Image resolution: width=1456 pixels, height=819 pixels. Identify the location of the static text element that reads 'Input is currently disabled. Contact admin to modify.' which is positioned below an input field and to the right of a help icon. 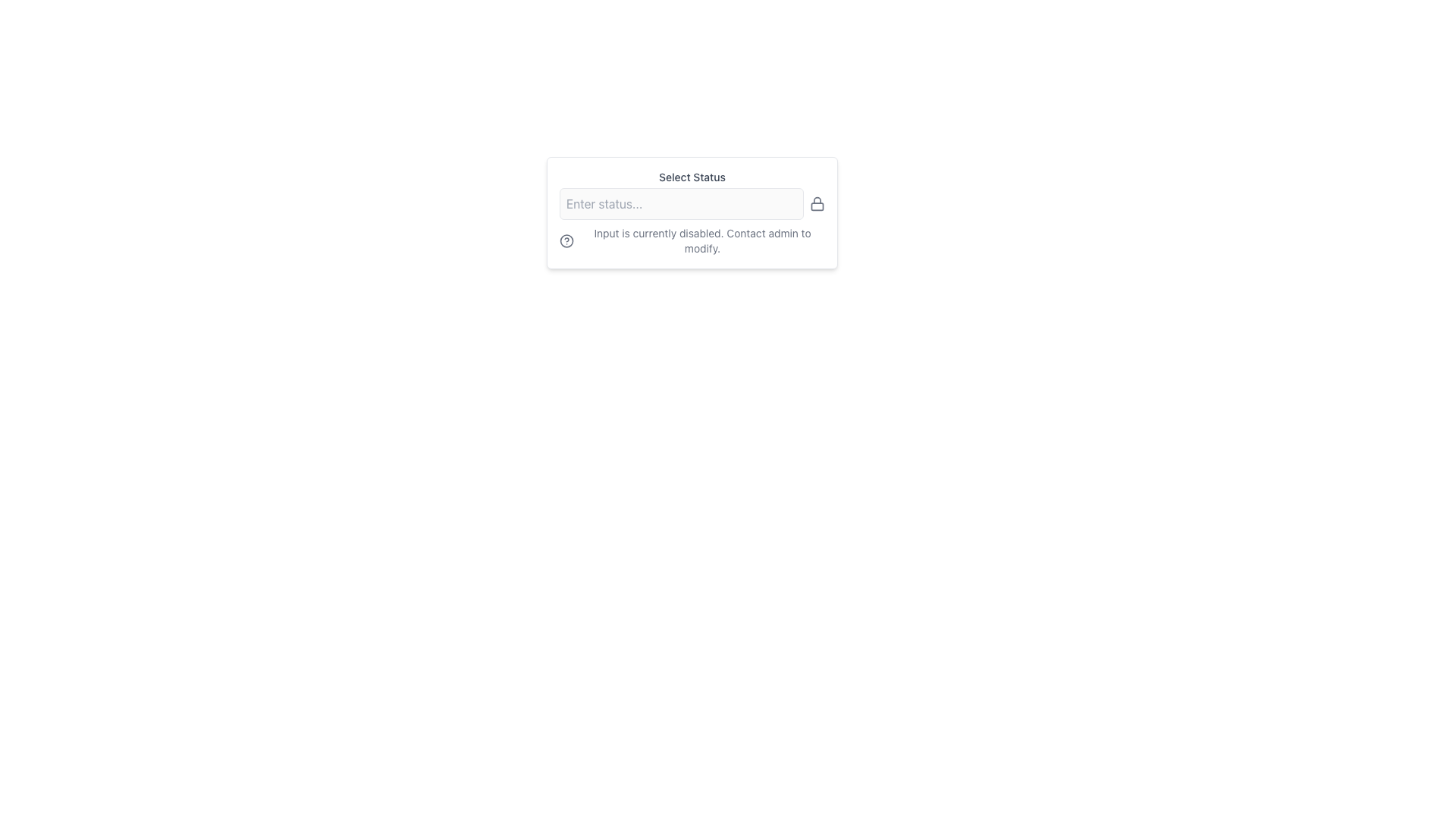
(701, 240).